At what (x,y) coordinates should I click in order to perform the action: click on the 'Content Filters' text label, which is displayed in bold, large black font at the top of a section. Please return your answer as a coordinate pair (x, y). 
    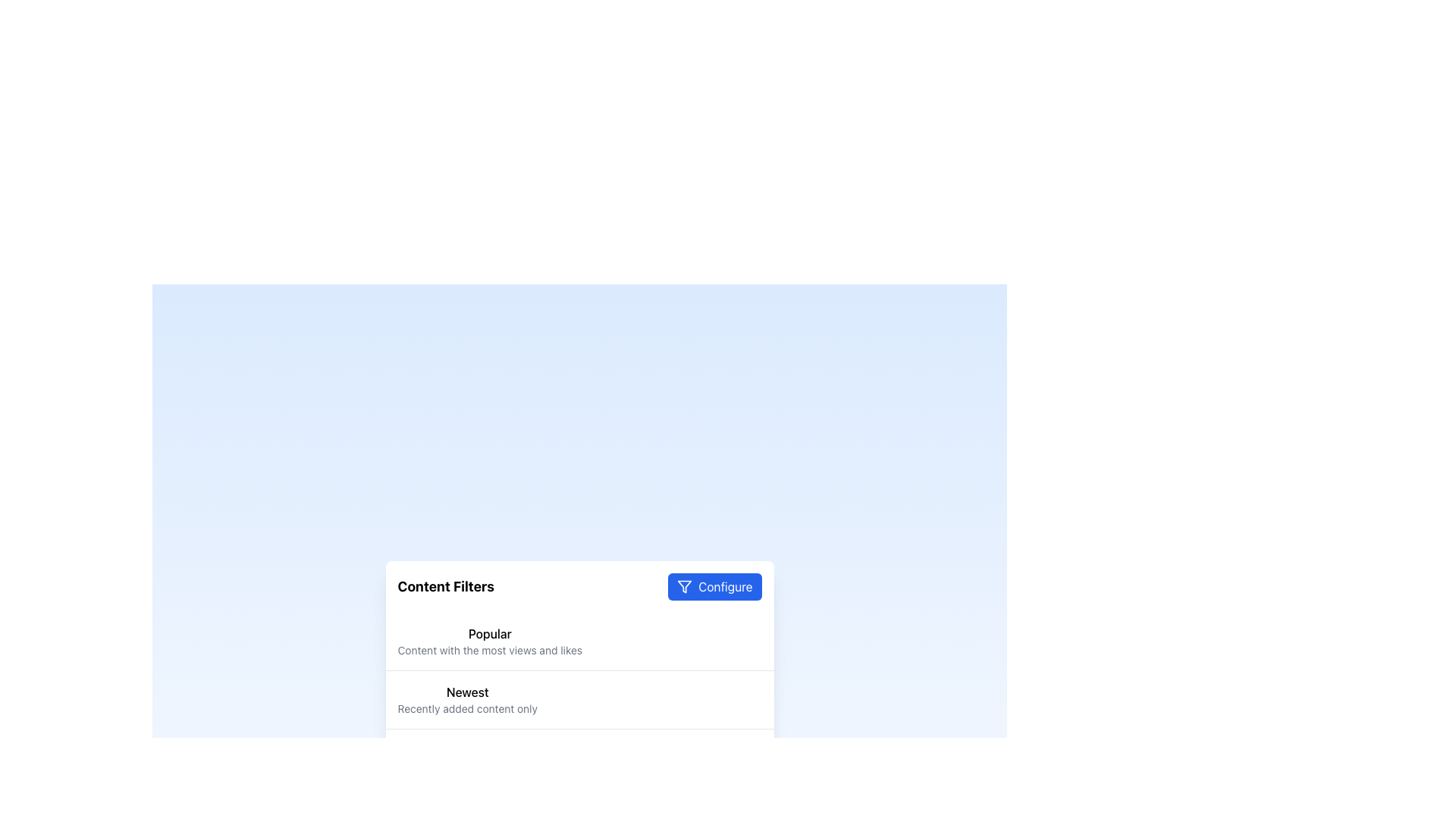
    Looking at the image, I should click on (445, 586).